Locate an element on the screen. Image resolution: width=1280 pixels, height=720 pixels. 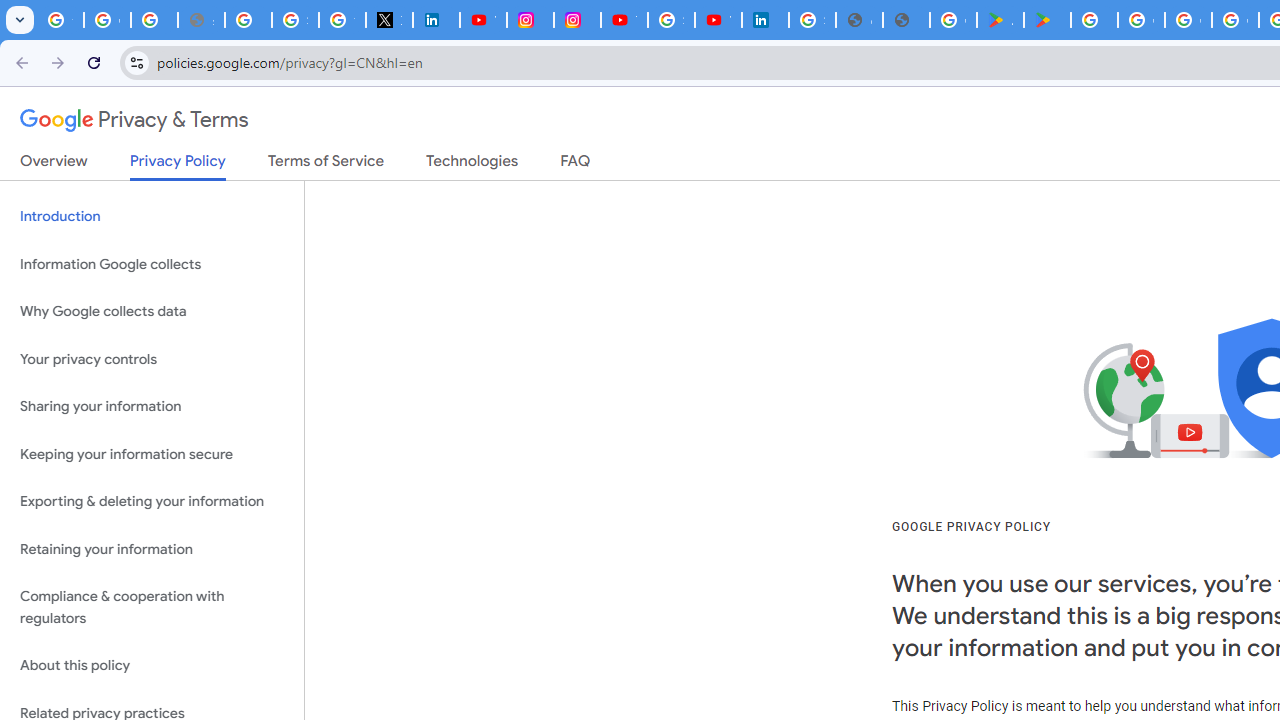
'Retaining your information' is located at coordinates (151, 549).